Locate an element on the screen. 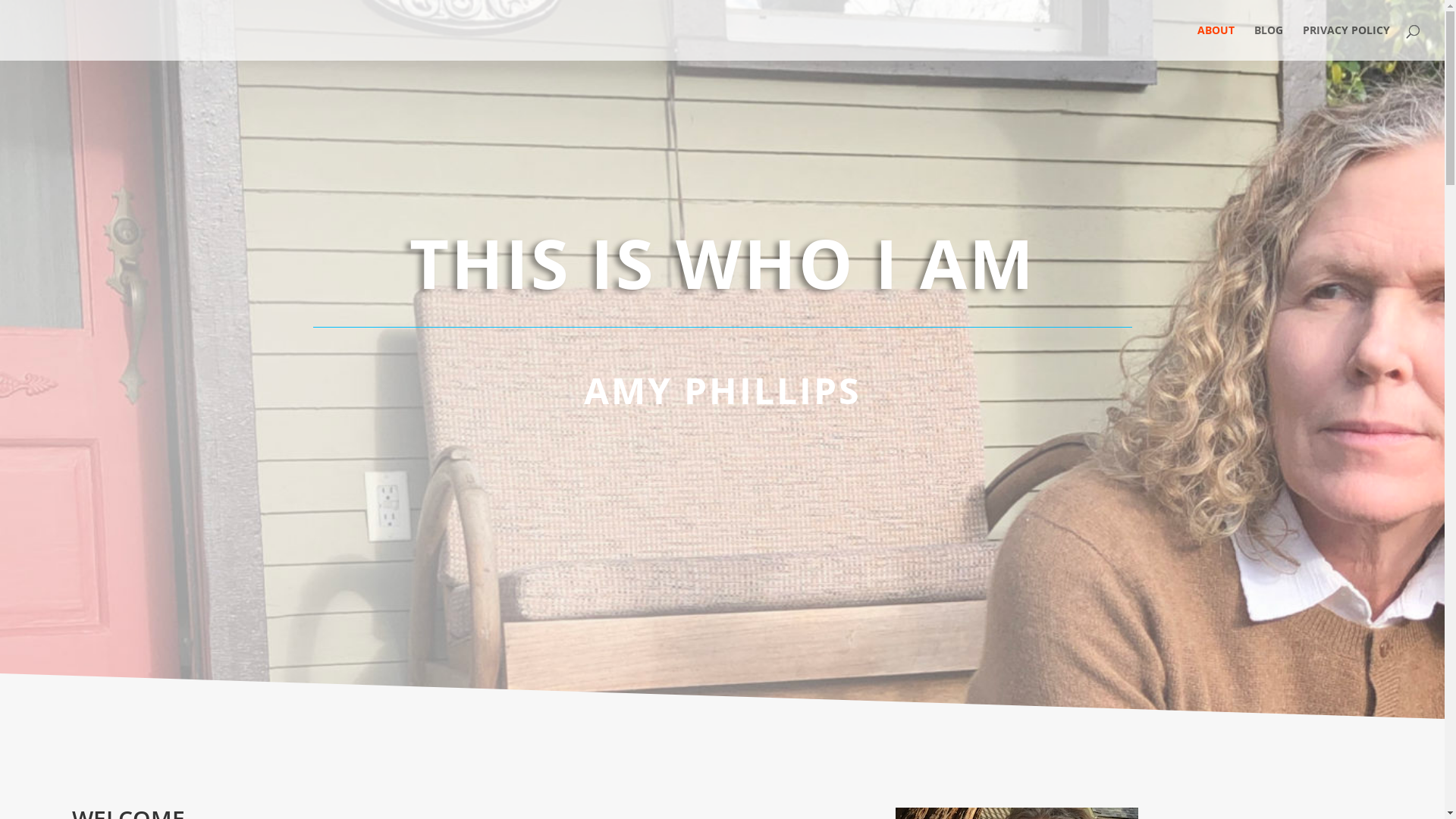 Image resolution: width=1456 pixels, height=819 pixels. 'BLOG' is located at coordinates (1269, 42).